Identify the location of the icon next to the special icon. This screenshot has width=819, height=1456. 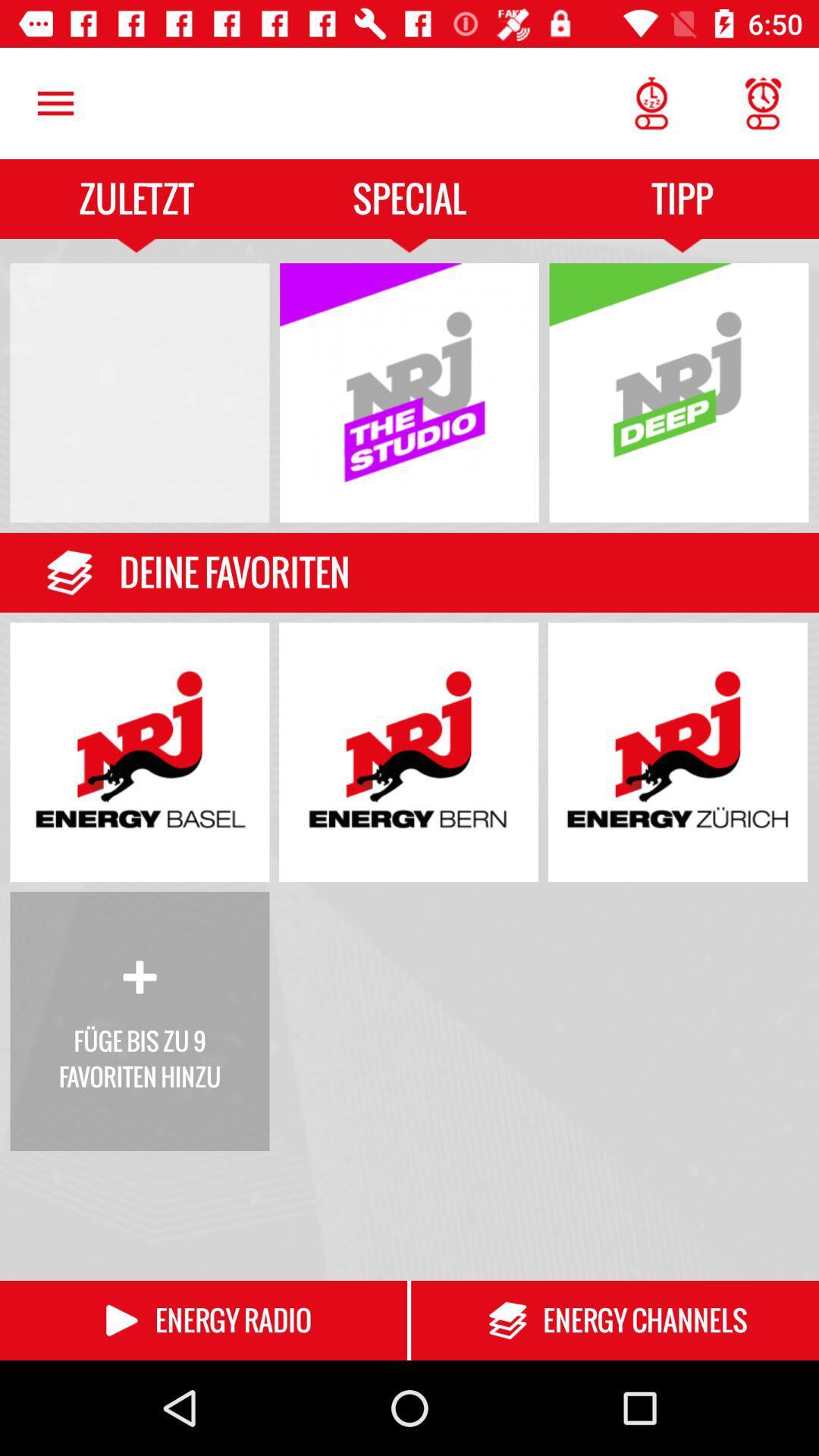
(55, 102).